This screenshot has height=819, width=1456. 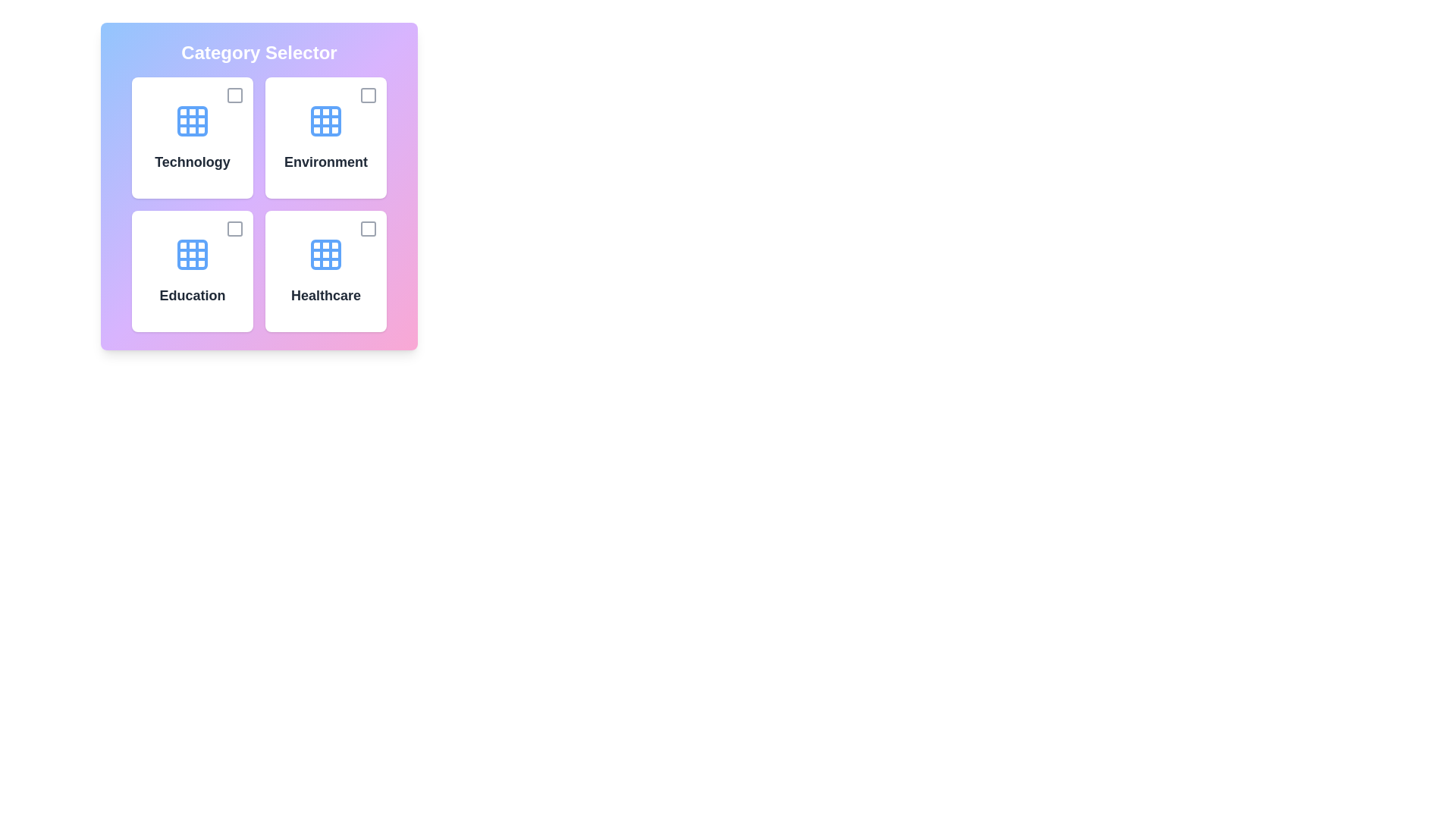 What do you see at coordinates (325, 271) in the screenshot?
I see `the category card labeled 'Healthcare' to observe the hover animation effect` at bounding box center [325, 271].